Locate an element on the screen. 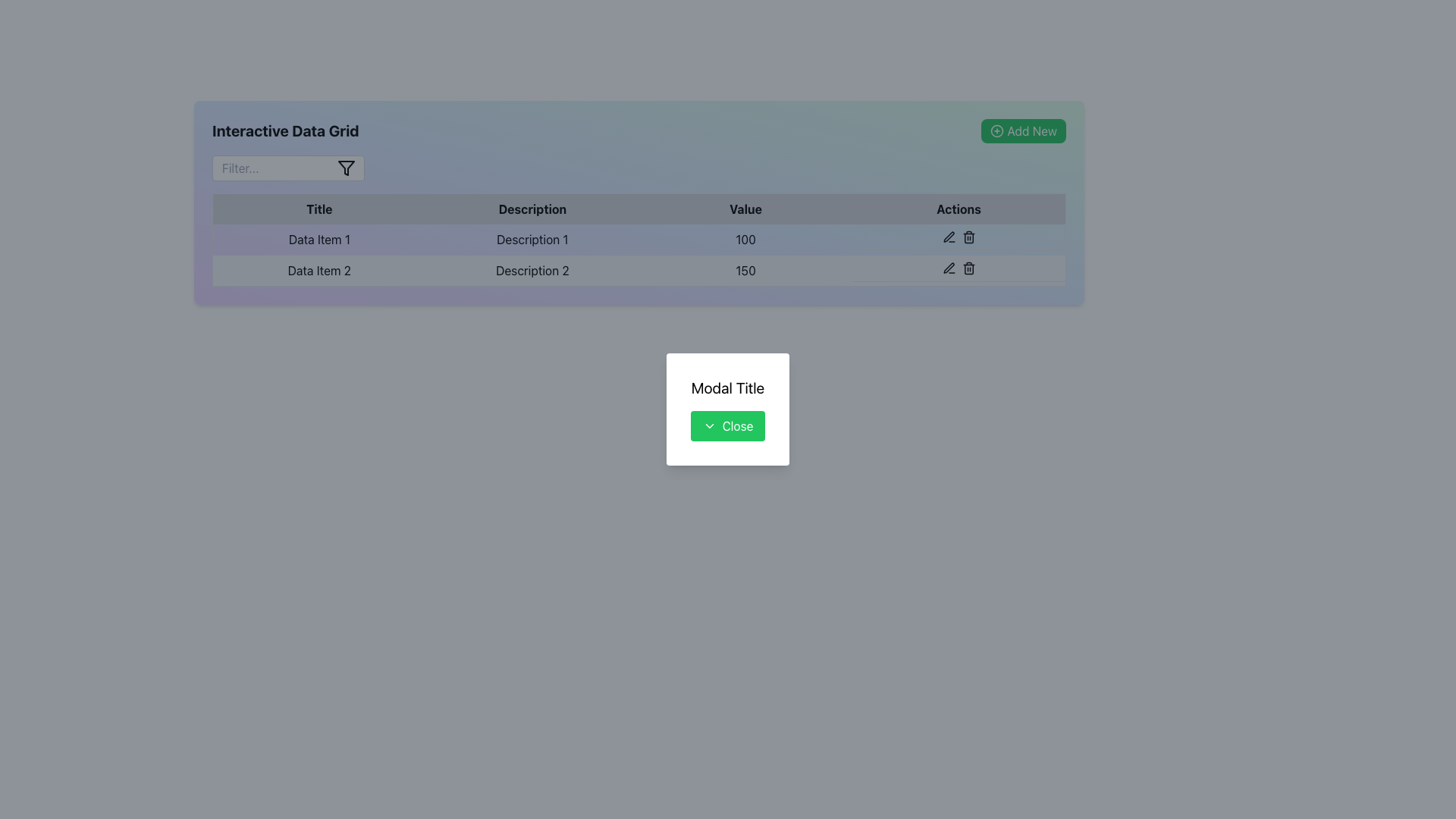  the text cell in the table that corresponds is located at coordinates (532, 239).